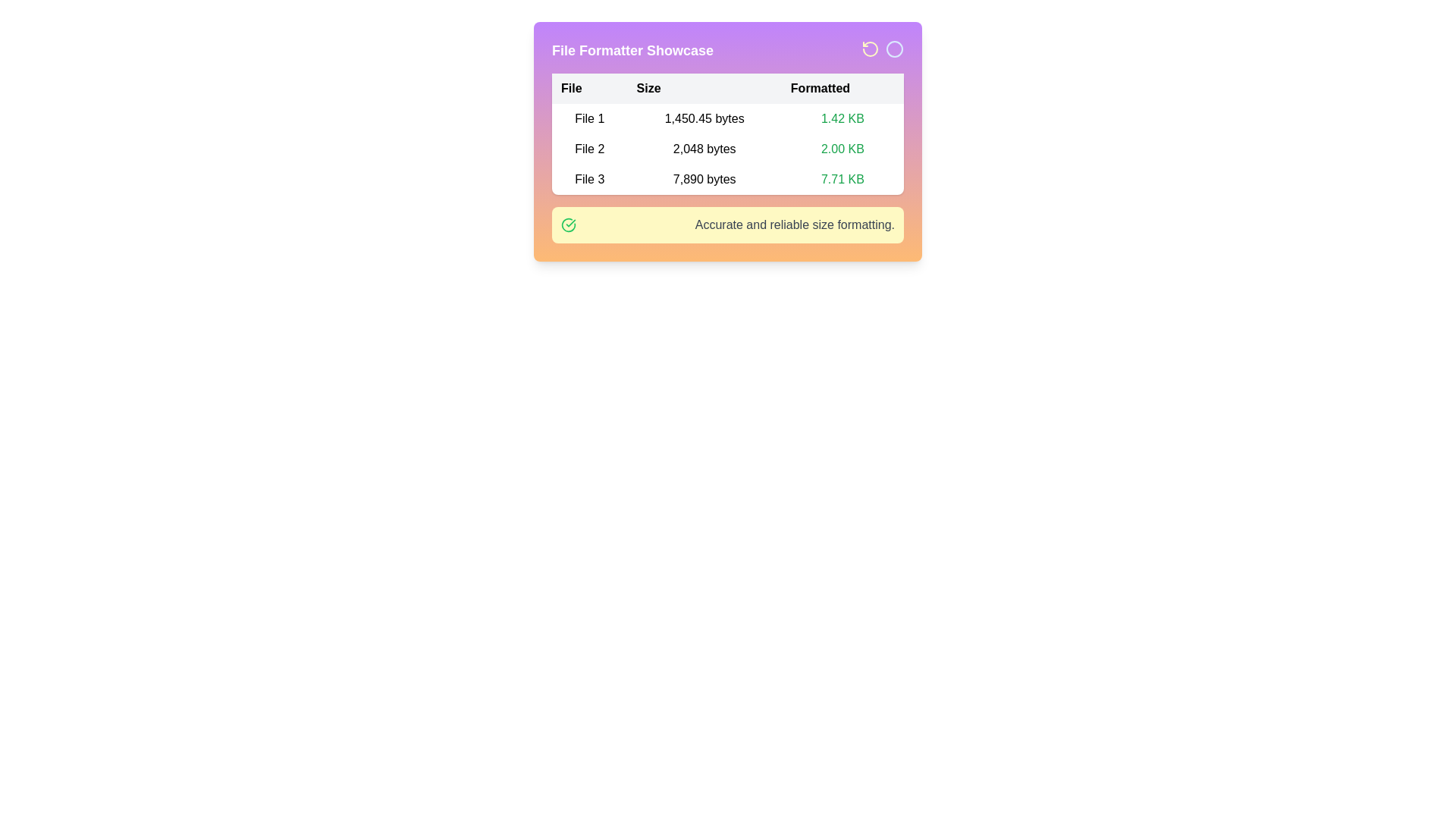 This screenshot has width=1456, height=819. I want to click on the circular arrow icon in the top-right corner that represents a counter-clockwise rotation, so click(870, 49).